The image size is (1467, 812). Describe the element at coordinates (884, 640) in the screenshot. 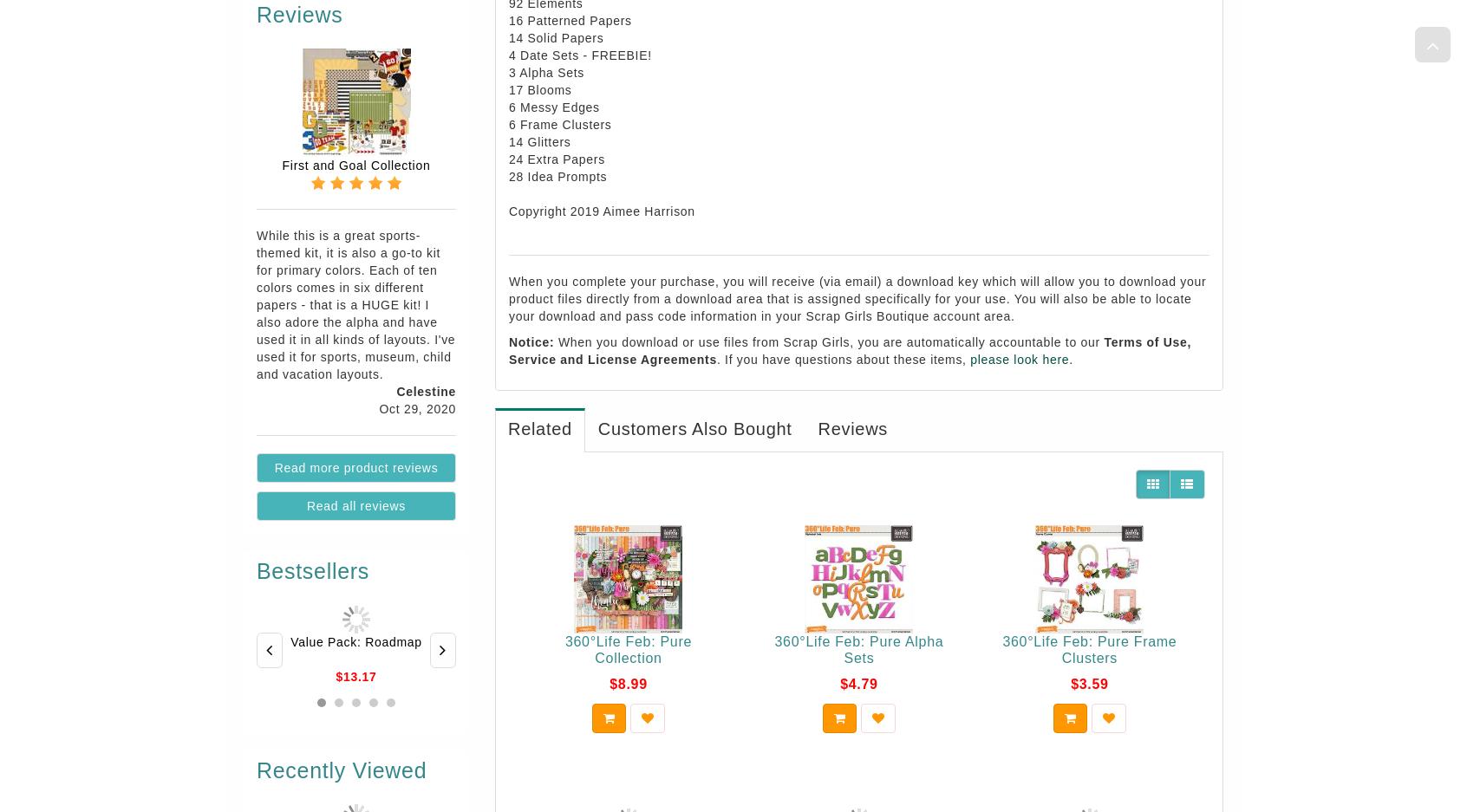

I see `'Value Pack: Light it Up'` at that location.